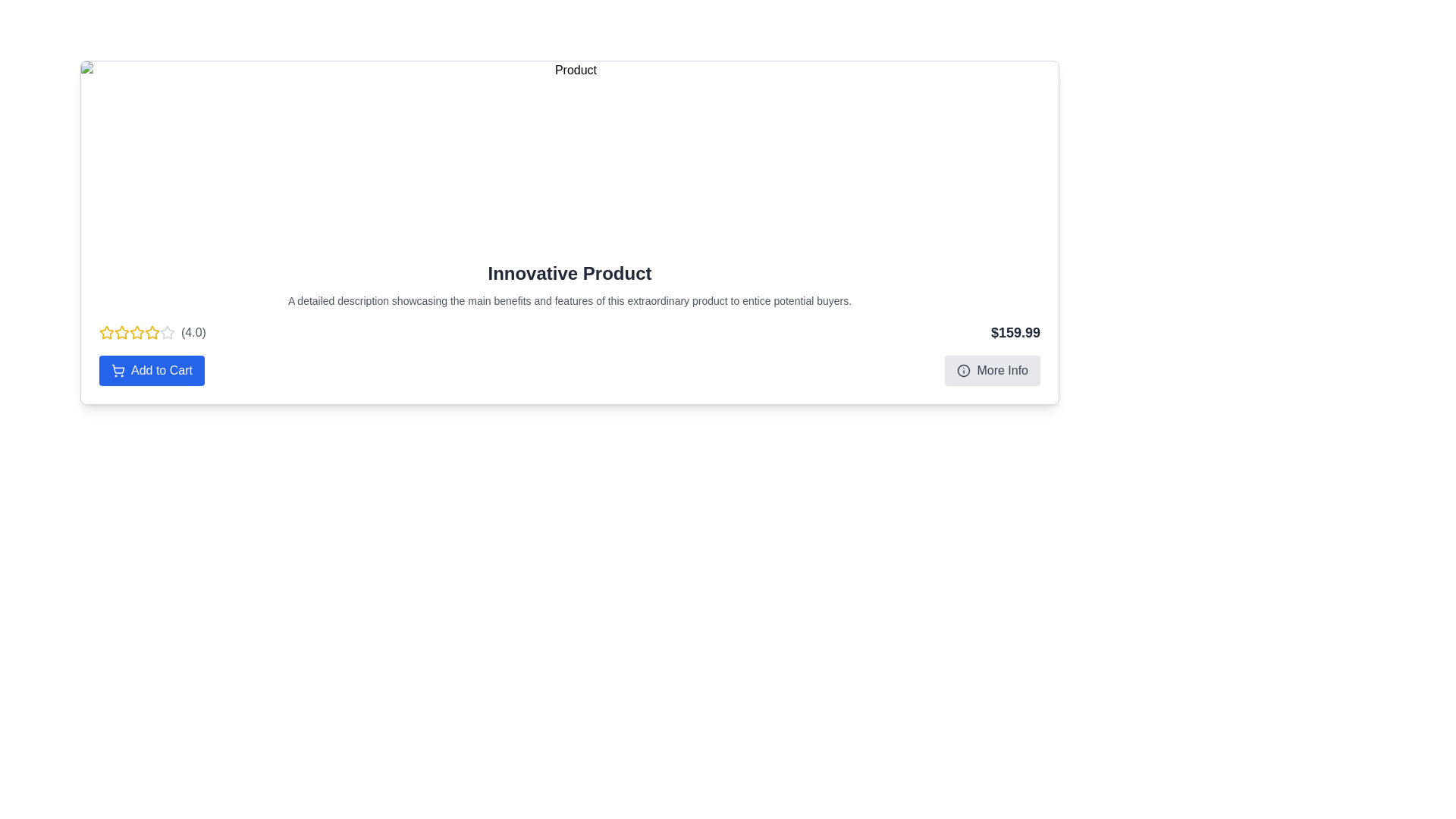 This screenshot has height=819, width=1456. I want to click on the second star-shaped icon with a yellow outline and white interior in the 5-star rating system, located below the main product description to the left of the '(4.0)' rating text, so click(122, 331).